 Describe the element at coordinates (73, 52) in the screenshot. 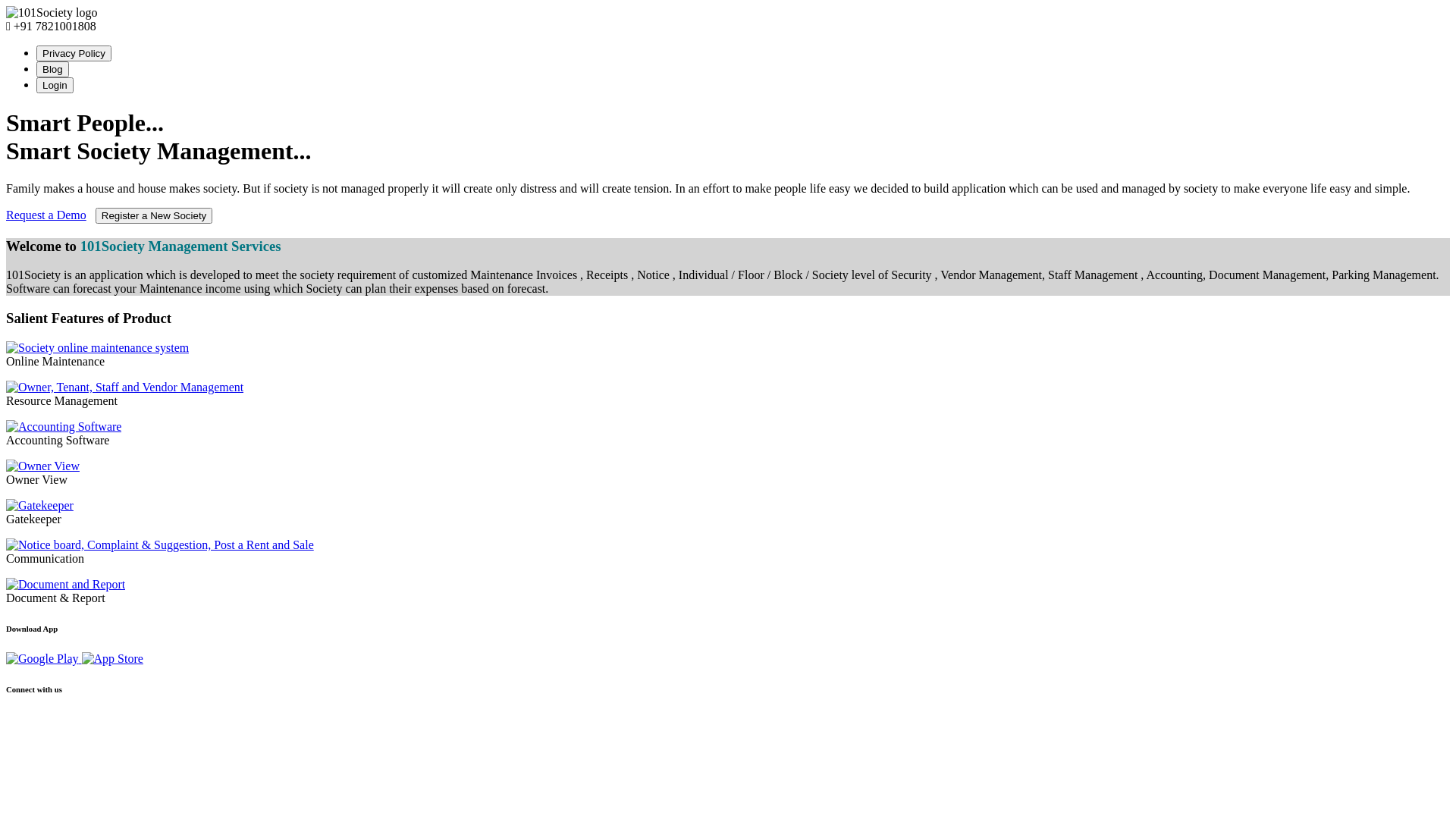

I see `'Privacy Policy'` at that location.